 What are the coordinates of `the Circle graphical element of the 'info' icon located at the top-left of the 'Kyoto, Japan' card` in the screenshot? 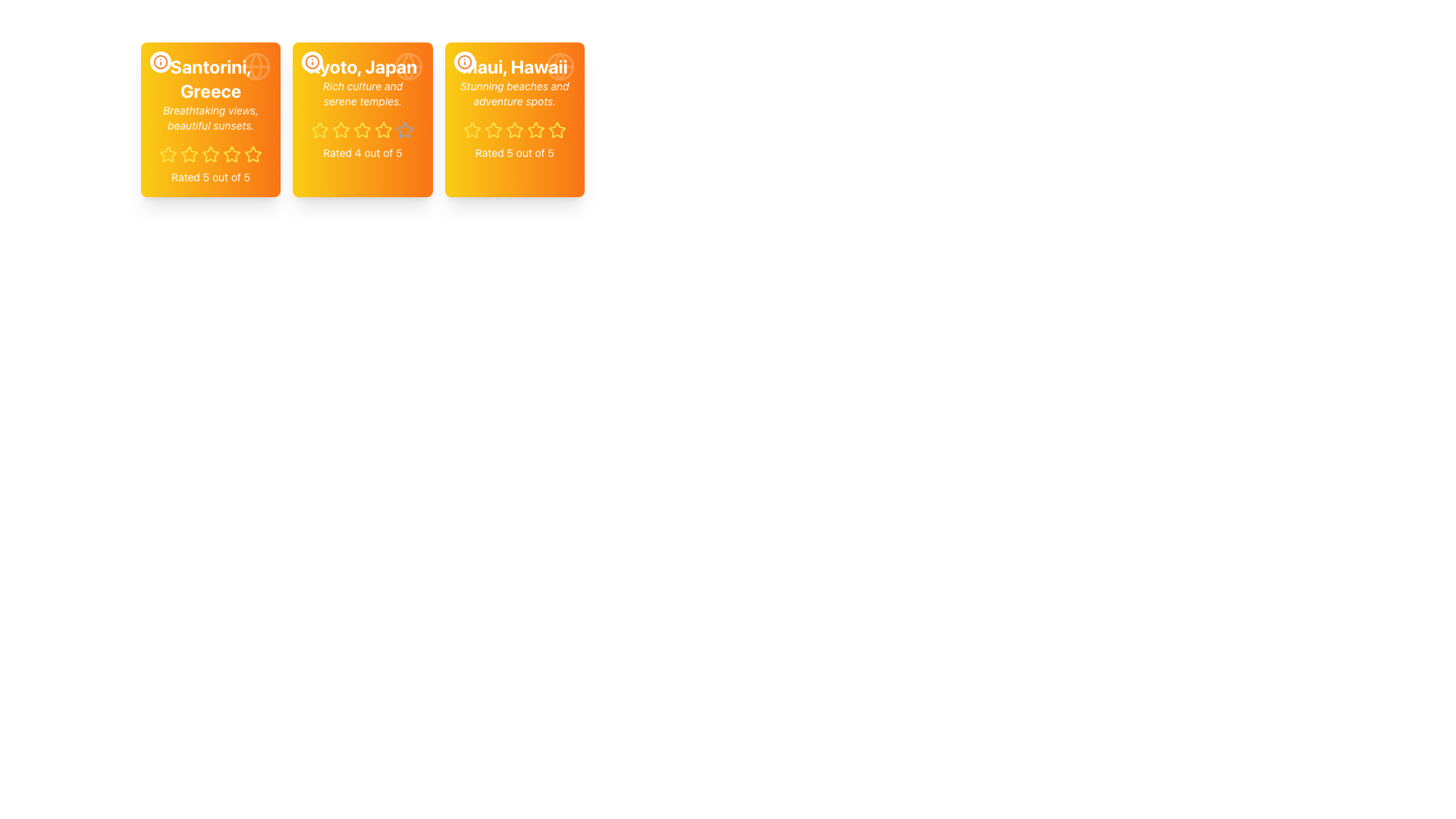 It's located at (312, 61).